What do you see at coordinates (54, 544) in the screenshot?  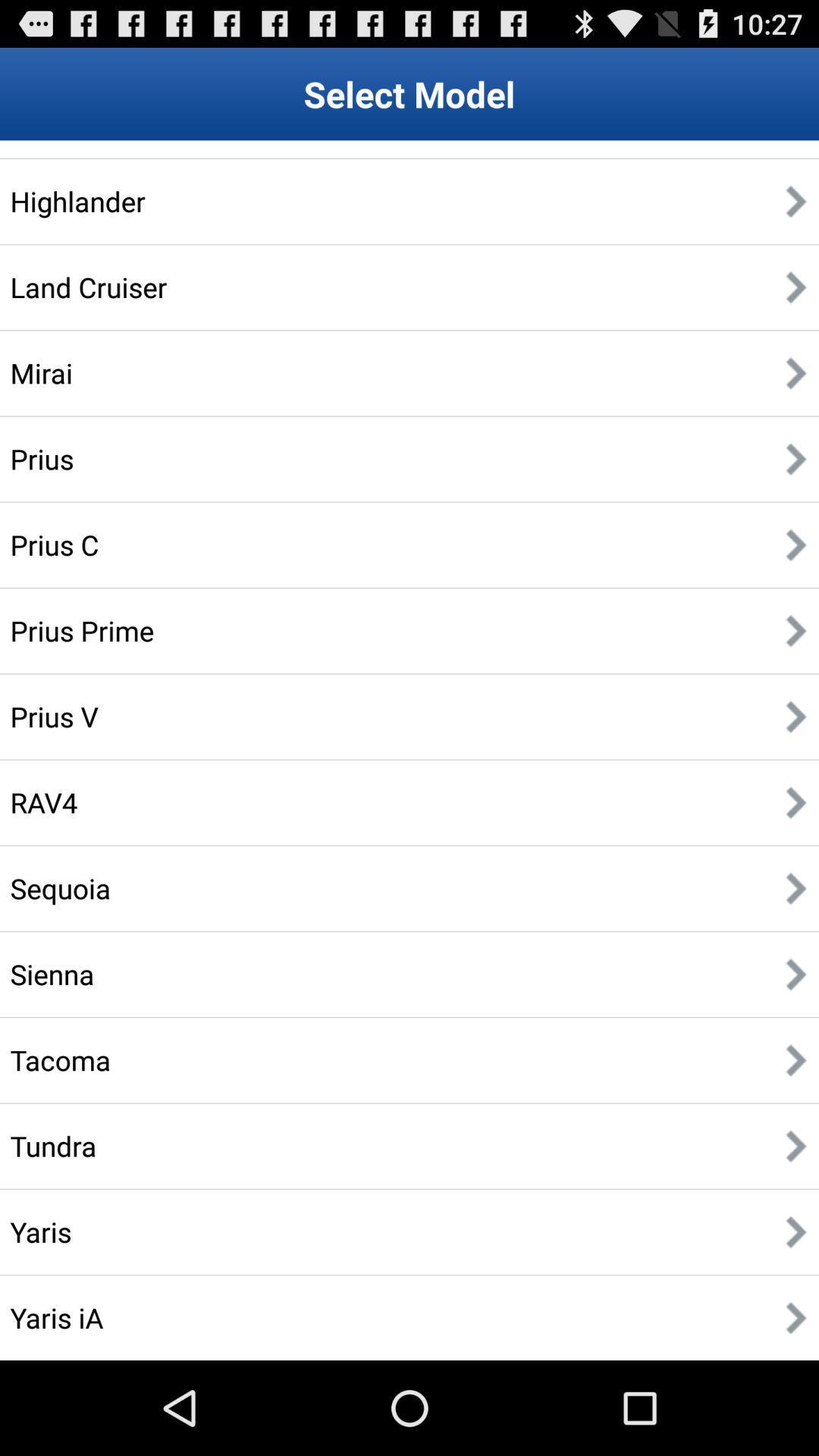 I see `the item above the prius prime` at bounding box center [54, 544].